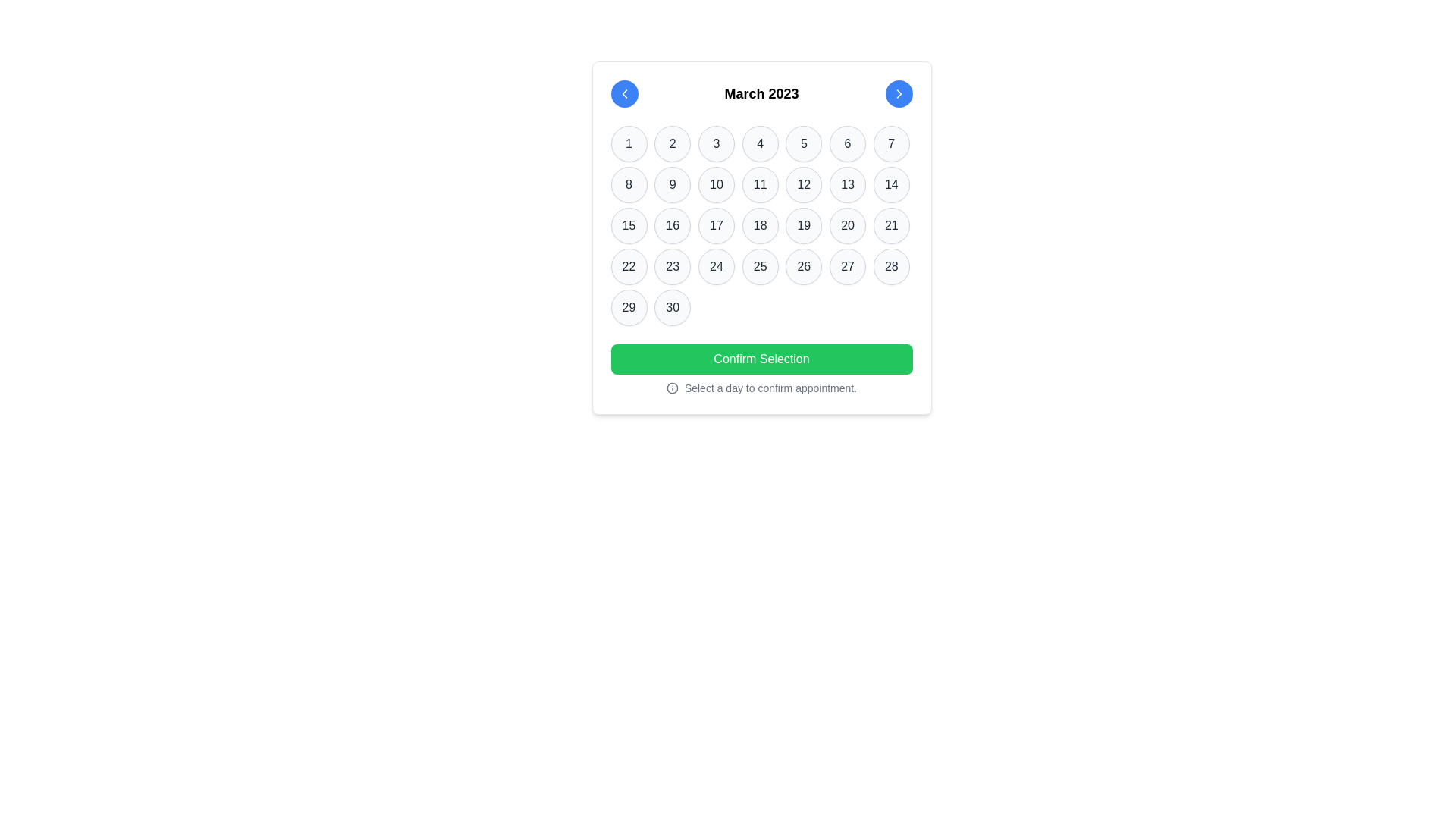 This screenshot has width=1456, height=819. What do you see at coordinates (760, 184) in the screenshot?
I see `the button in the calendar that allows users` at bounding box center [760, 184].